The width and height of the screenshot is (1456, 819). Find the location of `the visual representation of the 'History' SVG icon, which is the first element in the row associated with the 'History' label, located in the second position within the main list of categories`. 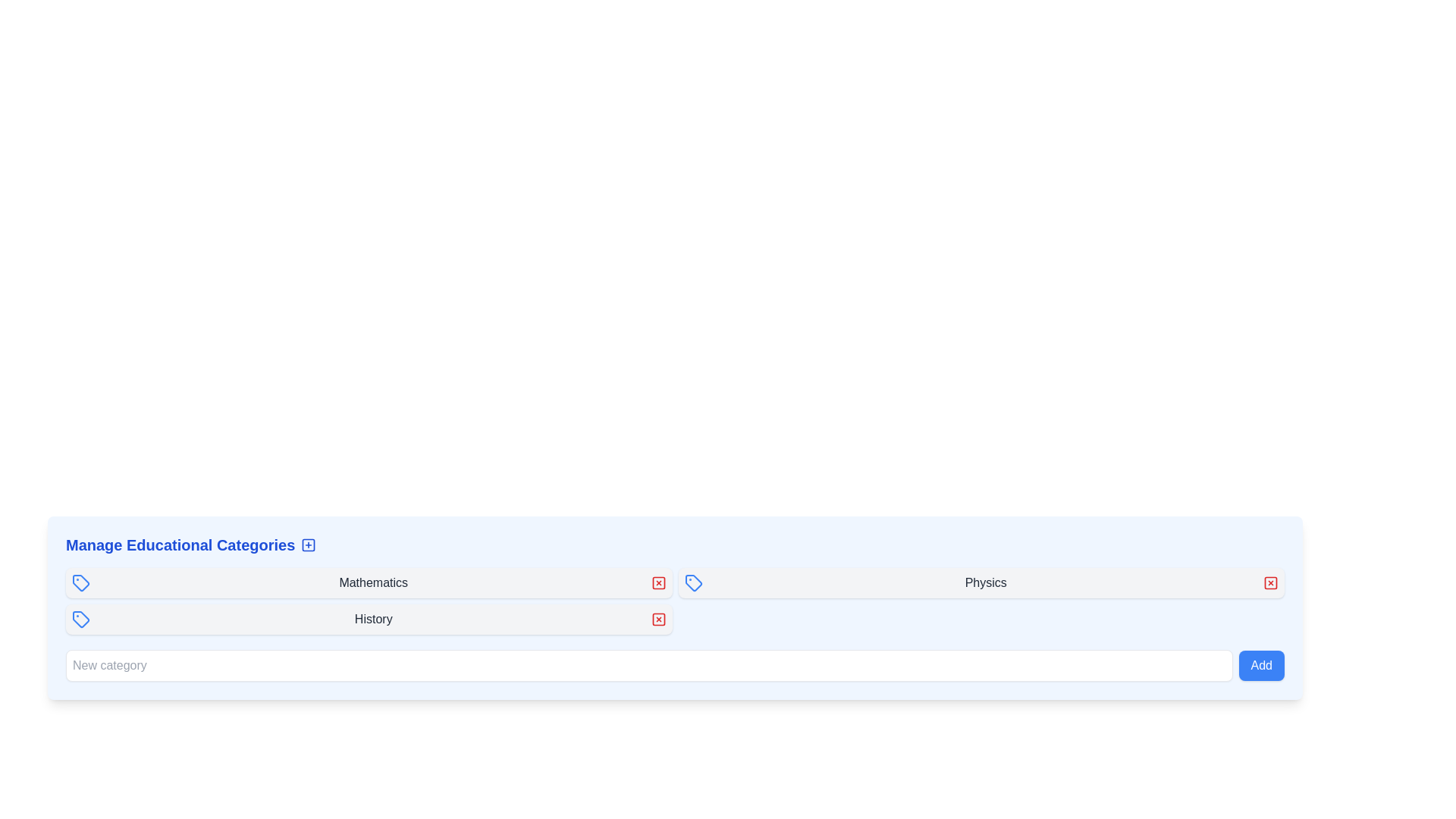

the visual representation of the 'History' SVG icon, which is the first element in the row associated with the 'History' label, located in the second position within the main list of categories is located at coordinates (80, 620).